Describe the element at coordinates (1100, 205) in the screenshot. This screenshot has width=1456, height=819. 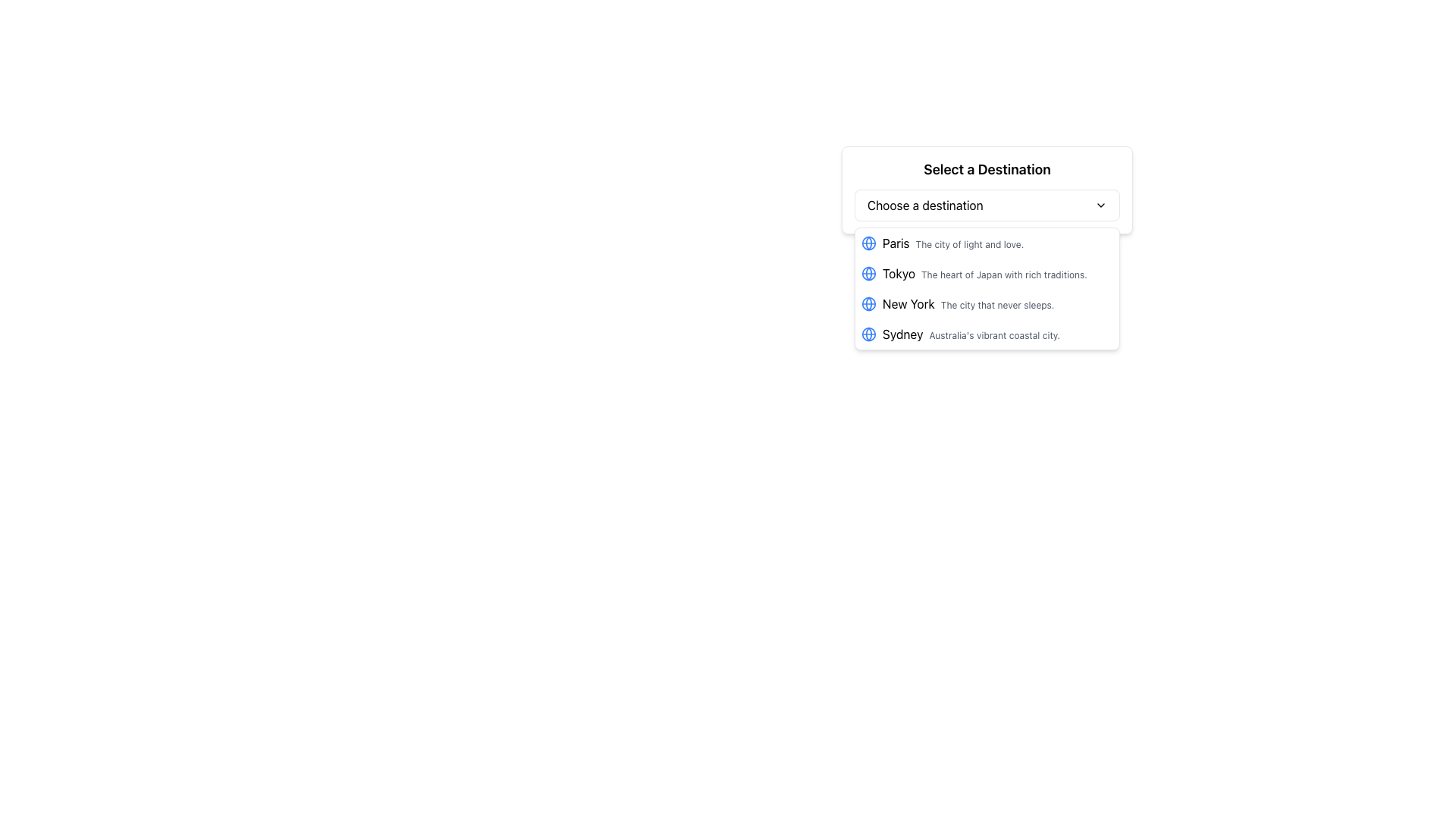
I see `the dropdown icon located on the far right side of the 'Choose a destination' field` at that location.